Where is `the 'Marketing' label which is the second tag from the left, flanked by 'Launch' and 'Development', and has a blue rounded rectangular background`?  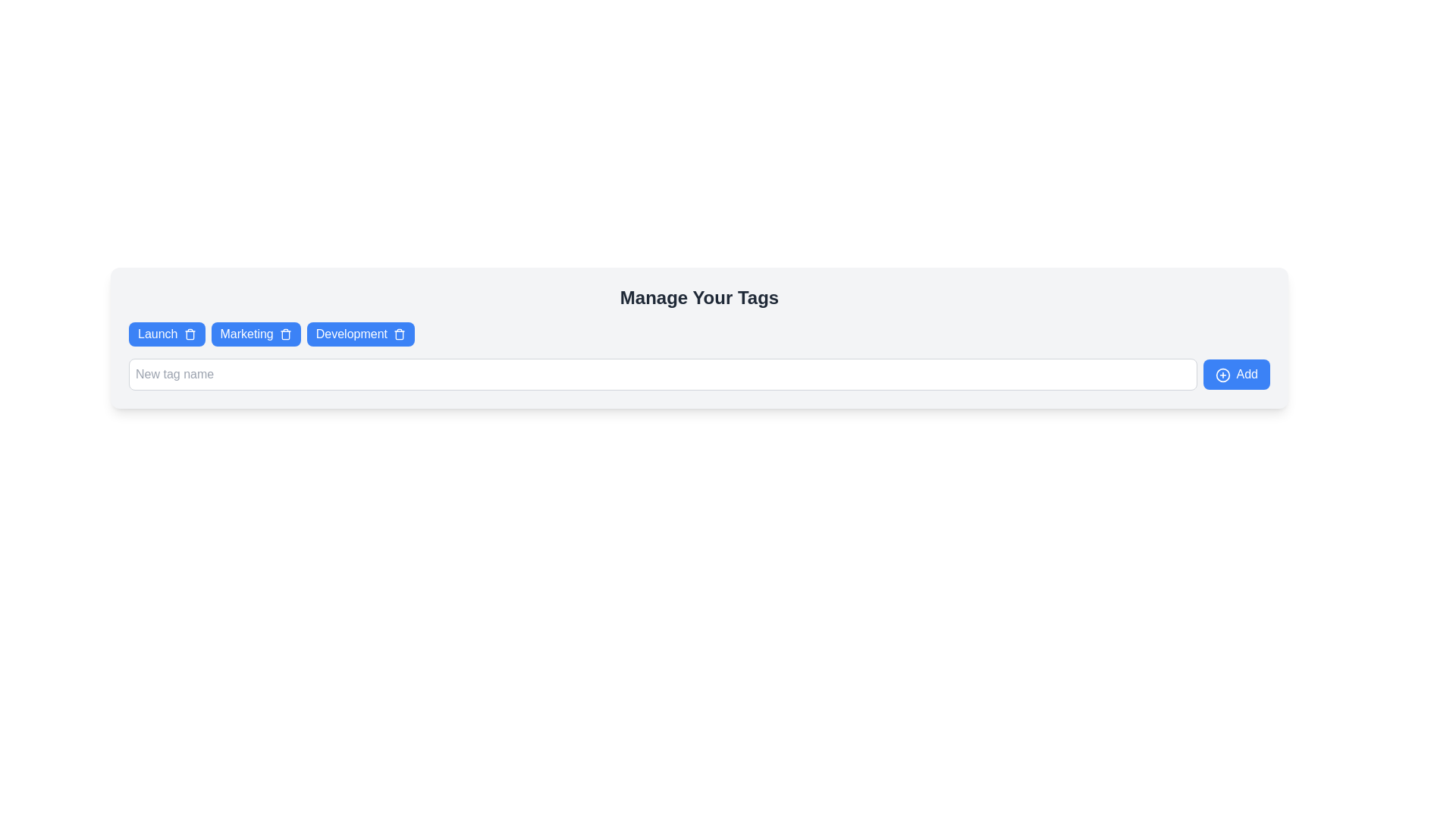 the 'Marketing' label which is the second tag from the left, flanked by 'Launch' and 'Development', and has a blue rounded rectangular background is located at coordinates (246, 333).